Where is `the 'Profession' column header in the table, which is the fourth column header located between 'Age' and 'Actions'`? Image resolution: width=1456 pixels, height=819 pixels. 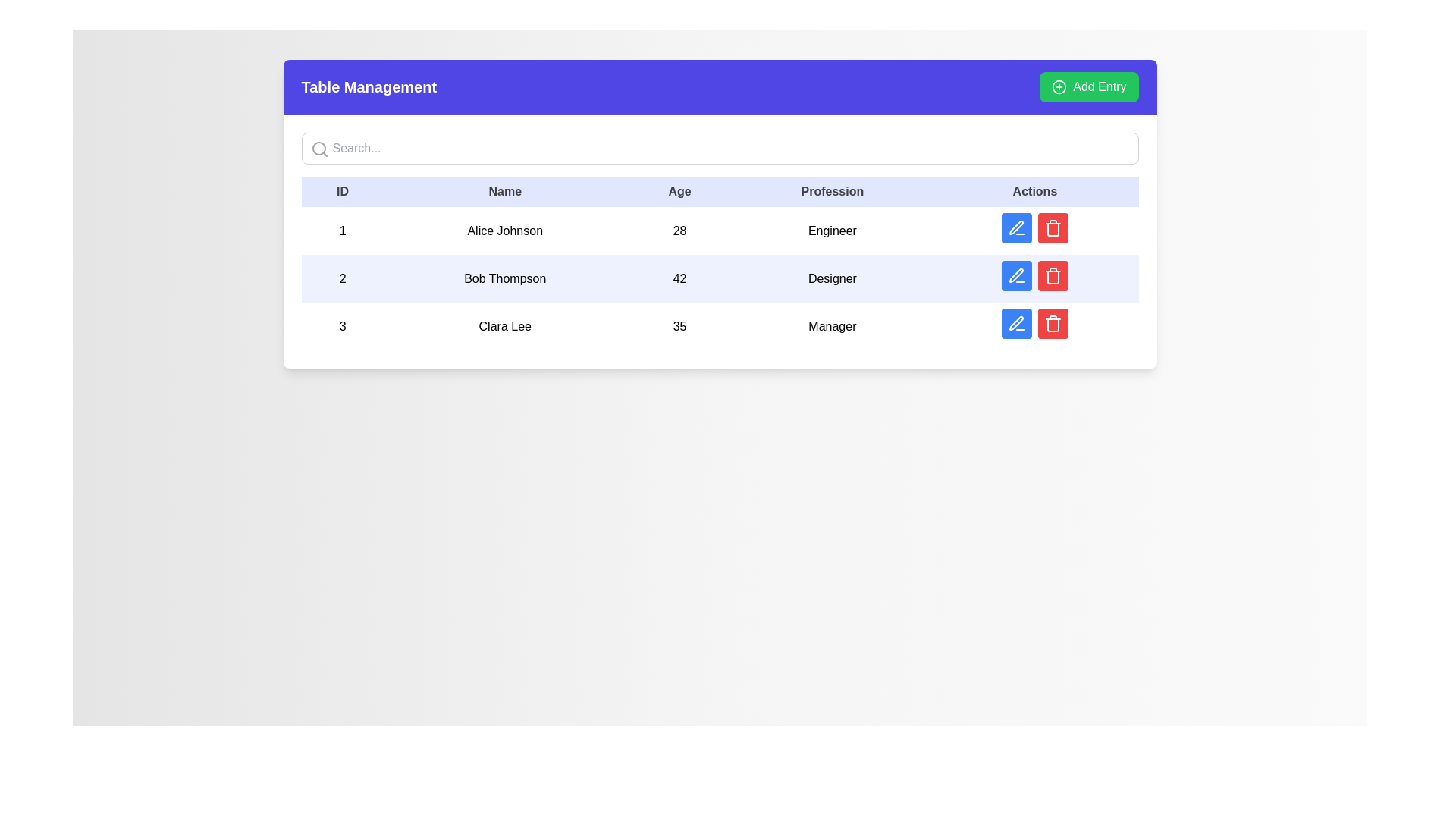 the 'Profession' column header in the table, which is the fourth column header located between 'Age' and 'Actions' is located at coordinates (831, 191).